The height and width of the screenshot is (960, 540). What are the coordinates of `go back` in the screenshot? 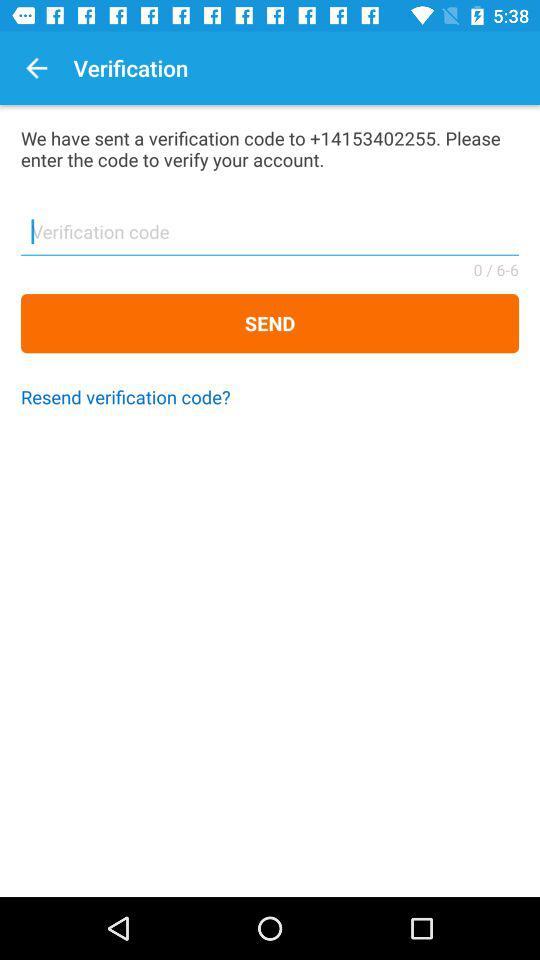 It's located at (36, 68).